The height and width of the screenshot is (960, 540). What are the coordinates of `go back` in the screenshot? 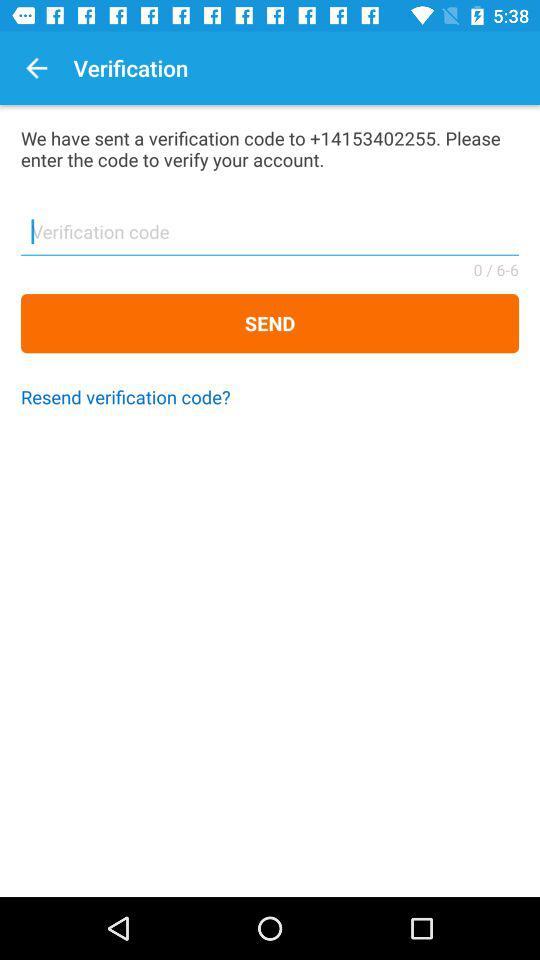 It's located at (36, 68).